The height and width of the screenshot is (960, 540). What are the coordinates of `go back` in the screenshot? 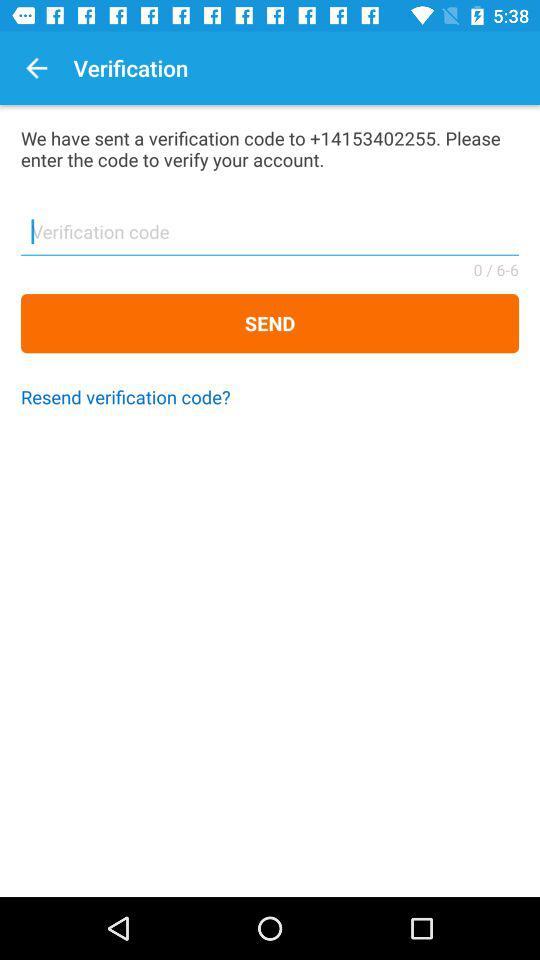 It's located at (36, 68).